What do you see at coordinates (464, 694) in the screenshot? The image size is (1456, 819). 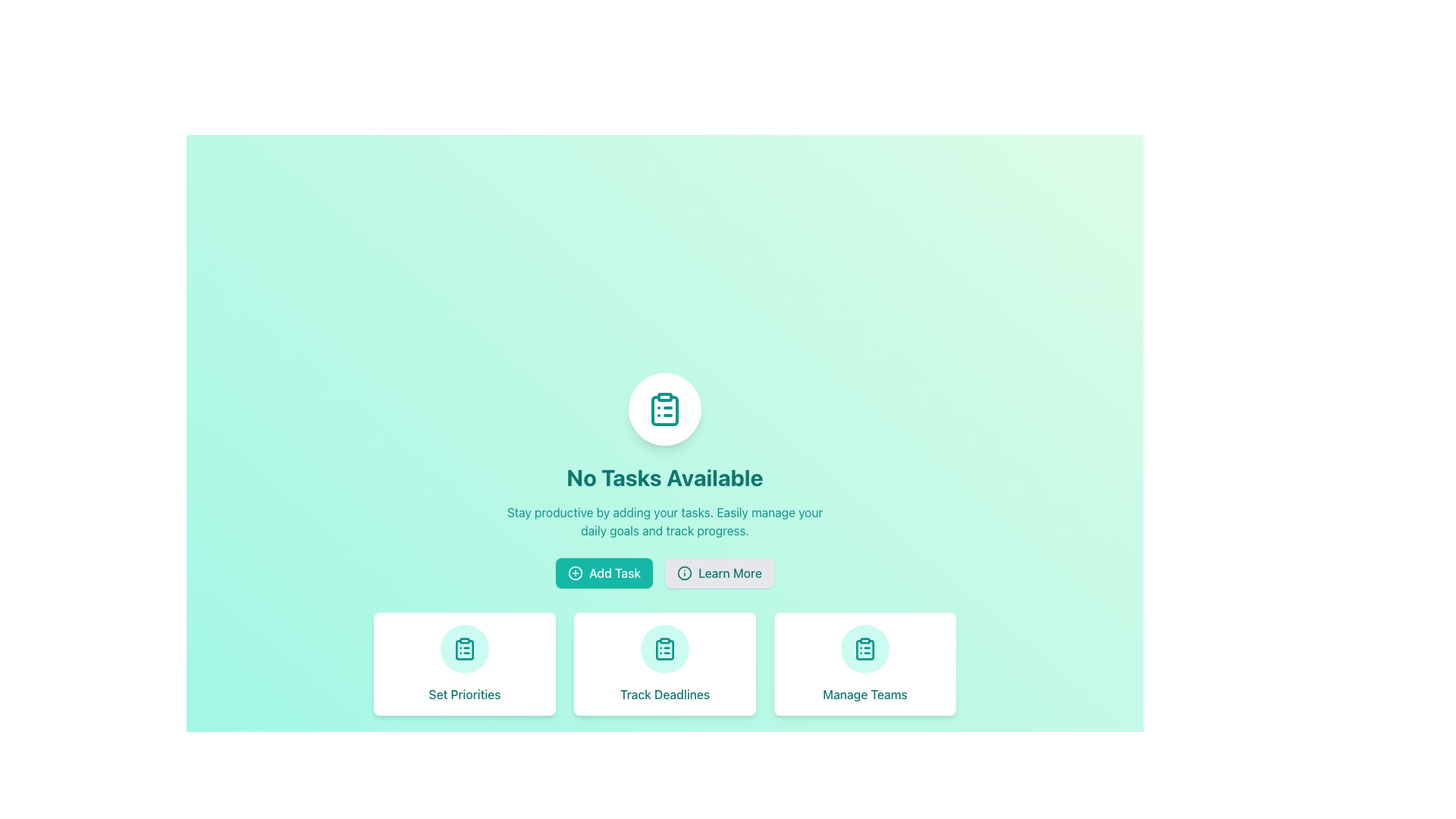 I see `the text label that states 'Set Priorities', which is styled with a teal color and located at the bottom-center of the first card, below a teal clipboard icon` at bounding box center [464, 694].